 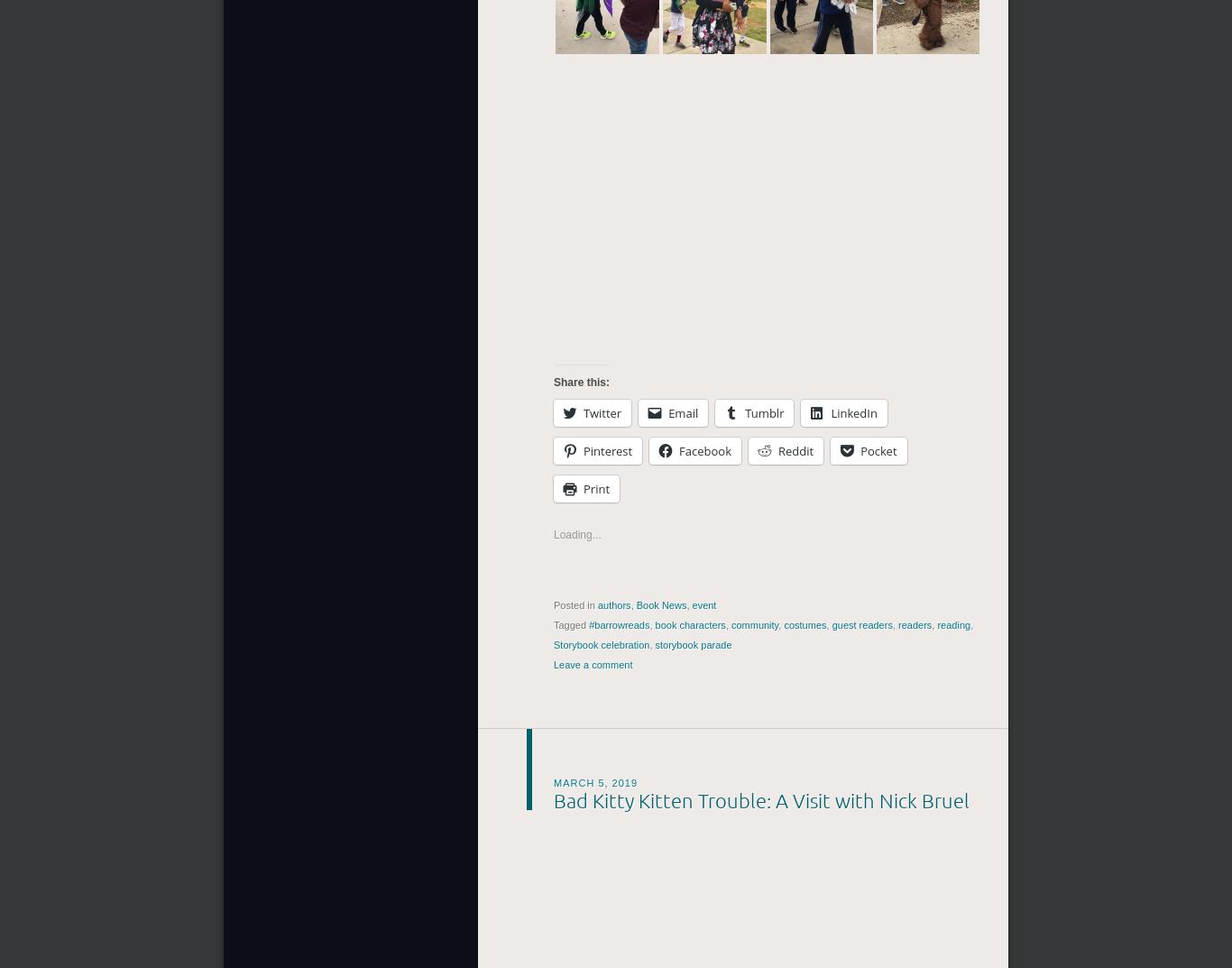 I want to click on 'Share this:', so click(x=581, y=381).